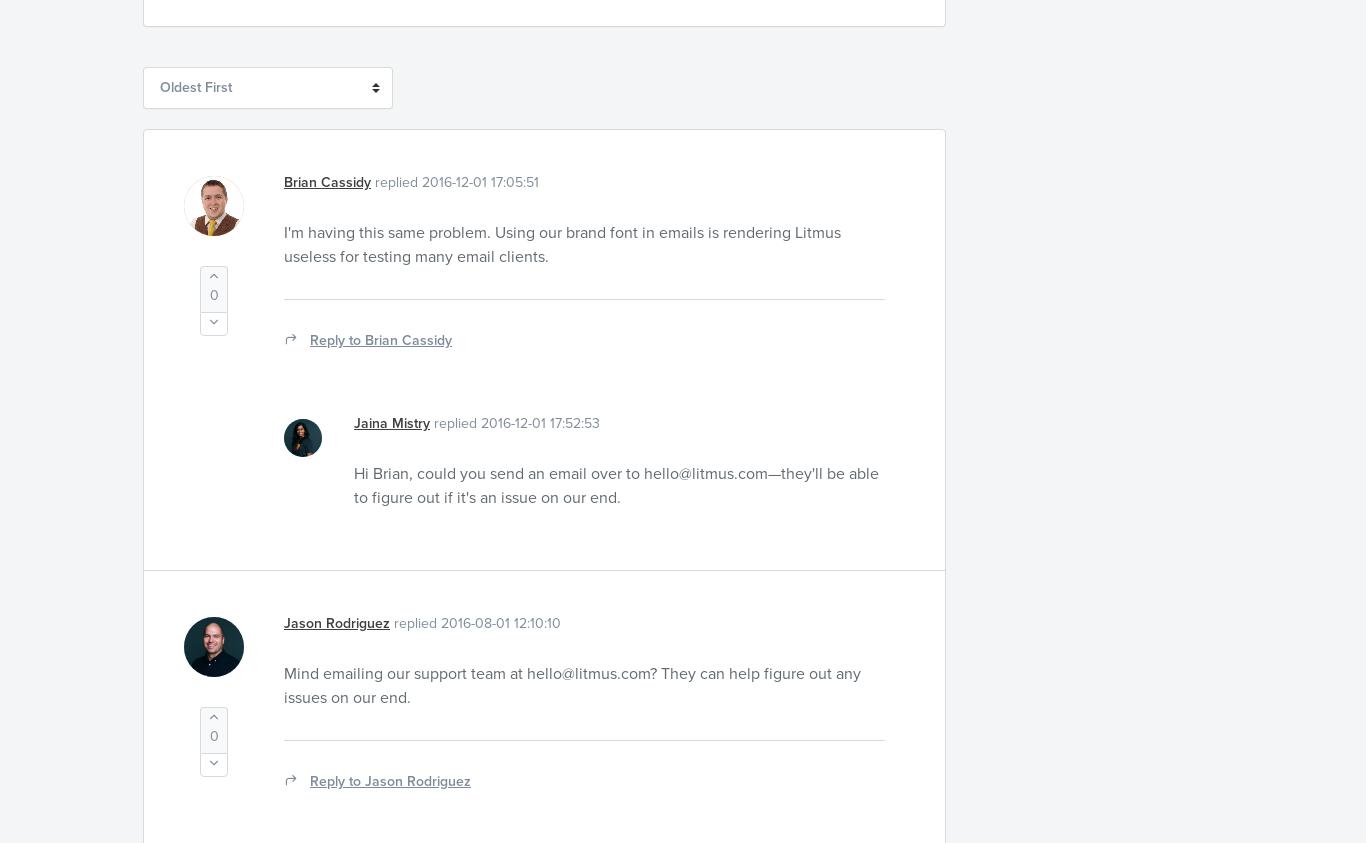 This screenshot has width=1366, height=843. I want to click on 'JM', so click(302, 447).